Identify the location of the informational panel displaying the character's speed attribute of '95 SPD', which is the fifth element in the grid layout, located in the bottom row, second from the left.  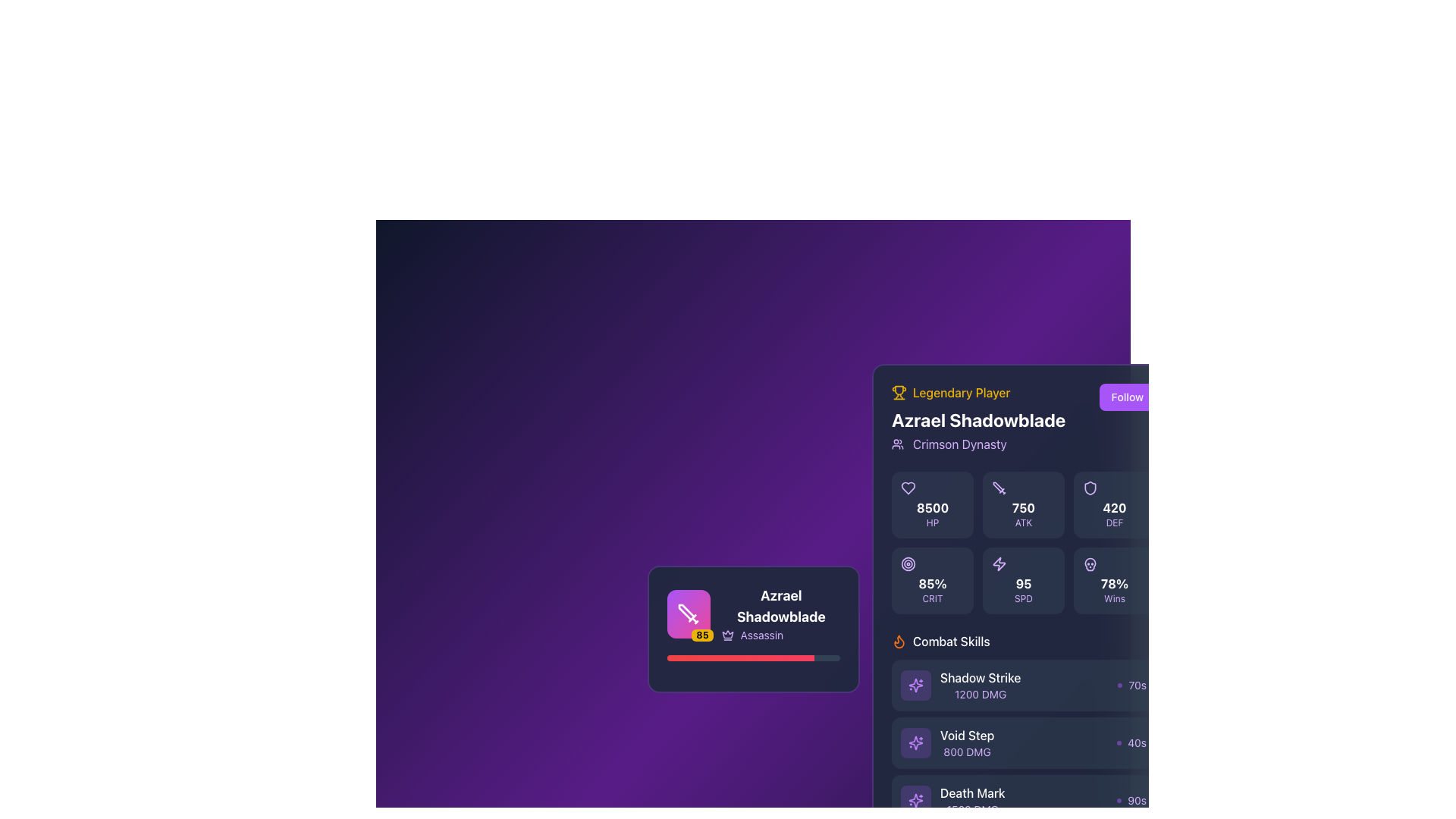
(1023, 580).